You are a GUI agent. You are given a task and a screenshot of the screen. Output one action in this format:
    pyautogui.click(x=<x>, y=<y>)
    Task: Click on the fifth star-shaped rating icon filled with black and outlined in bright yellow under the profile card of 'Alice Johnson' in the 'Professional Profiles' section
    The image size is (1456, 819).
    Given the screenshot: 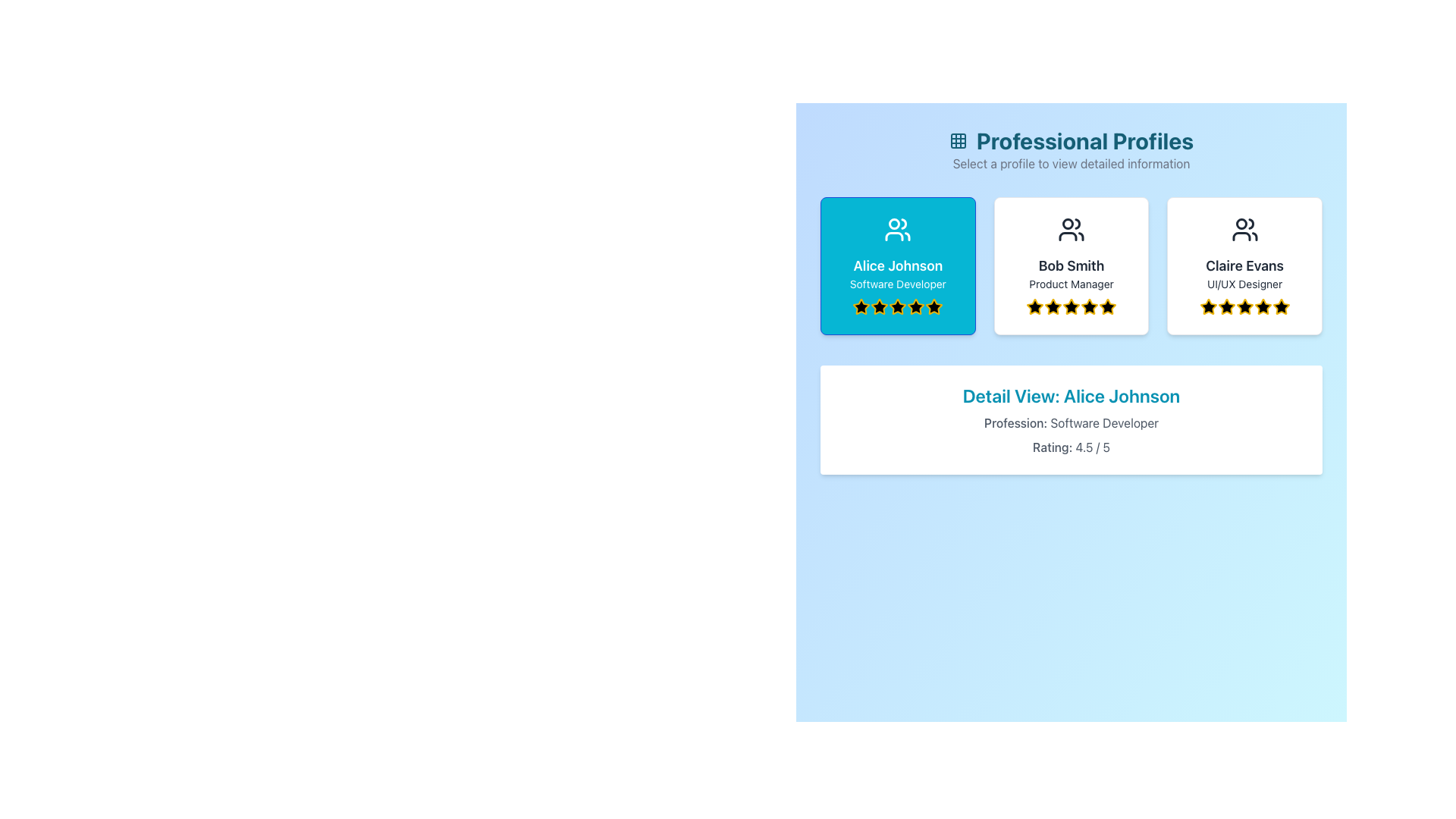 What is the action you would take?
    pyautogui.click(x=934, y=306)
    